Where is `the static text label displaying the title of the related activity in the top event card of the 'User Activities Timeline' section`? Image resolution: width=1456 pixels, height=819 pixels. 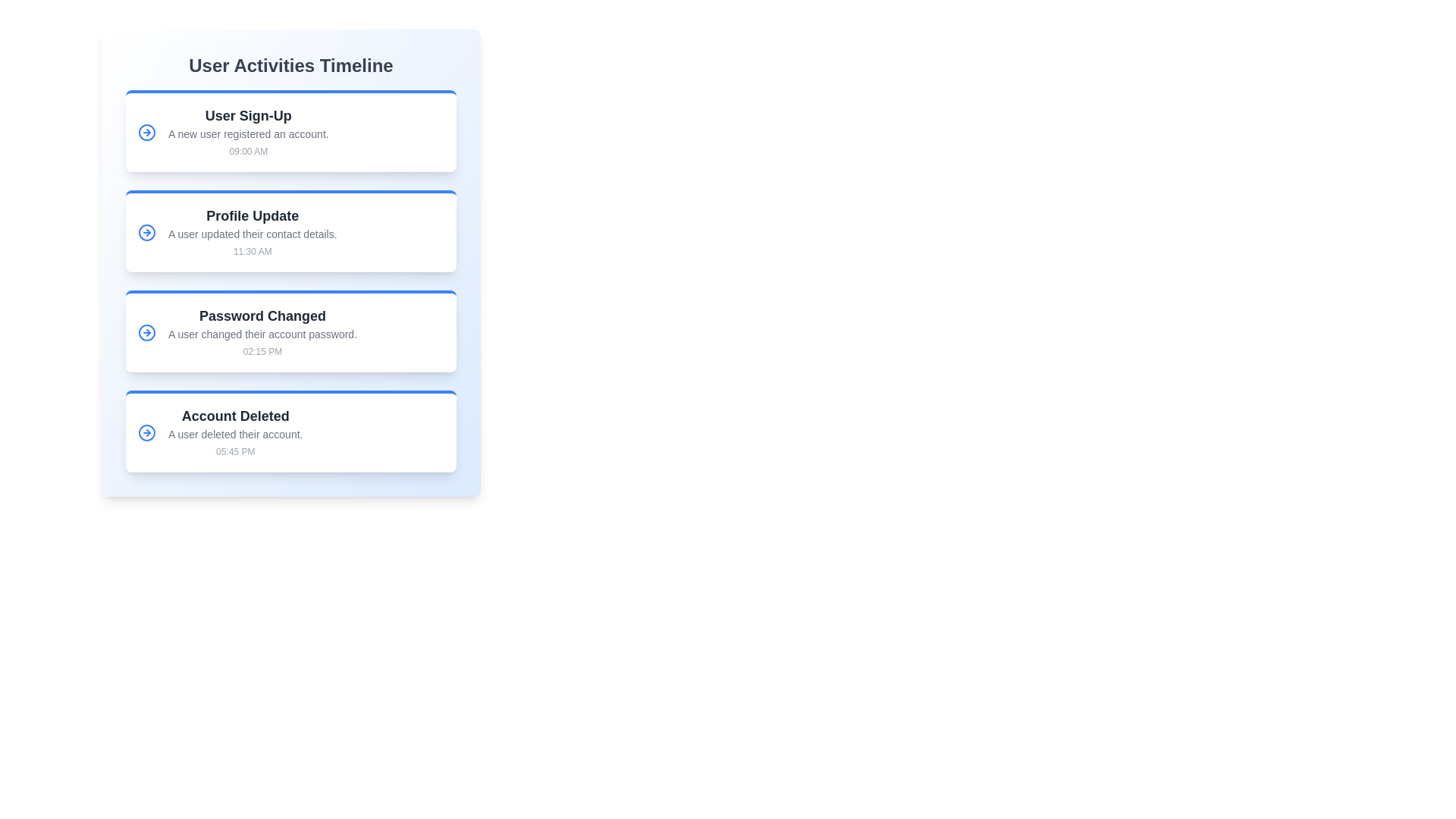
the static text label displaying the title of the related activity in the top event card of the 'User Activities Timeline' section is located at coordinates (248, 115).